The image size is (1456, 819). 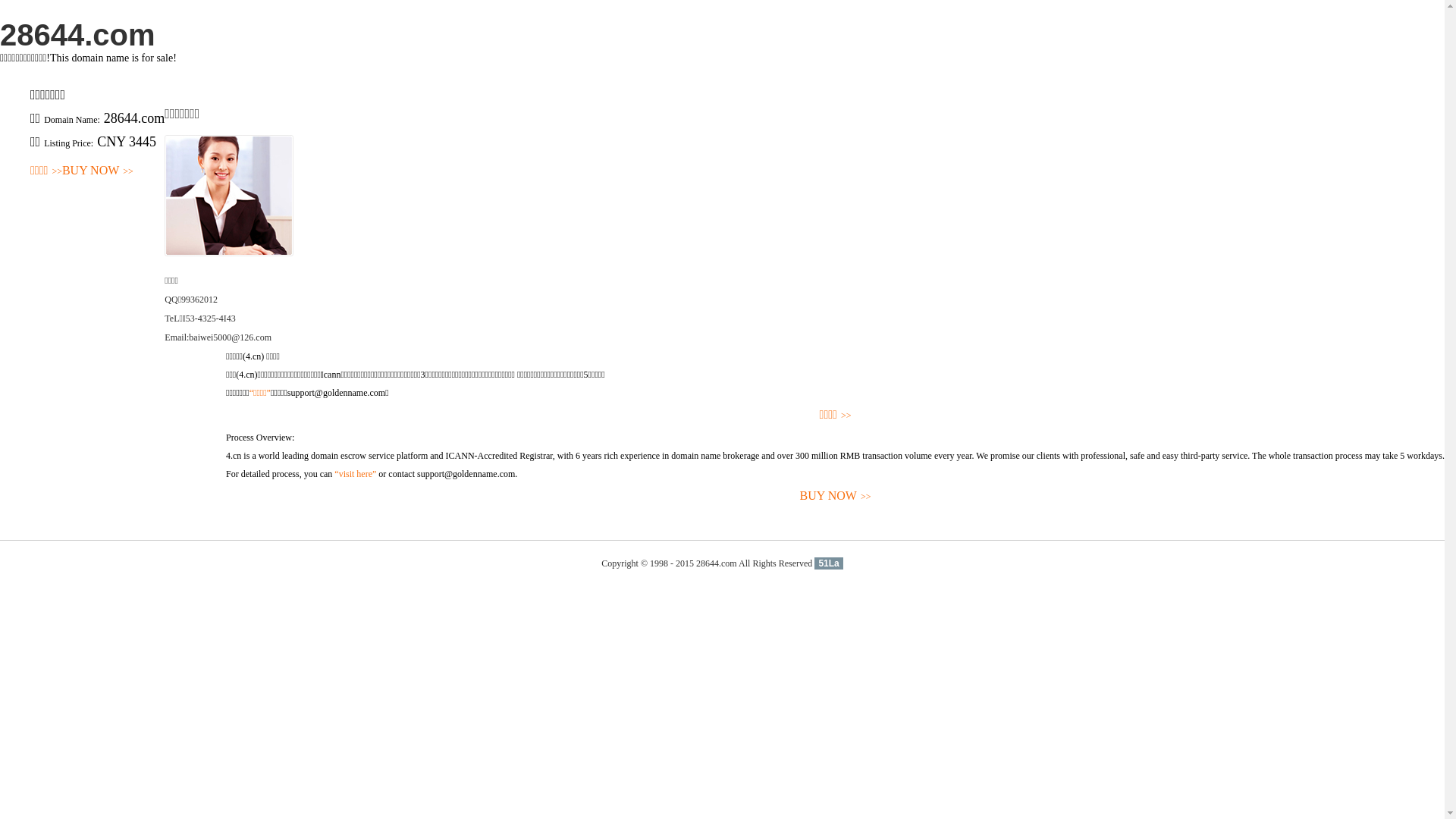 I want to click on '51La', so click(x=814, y=563).